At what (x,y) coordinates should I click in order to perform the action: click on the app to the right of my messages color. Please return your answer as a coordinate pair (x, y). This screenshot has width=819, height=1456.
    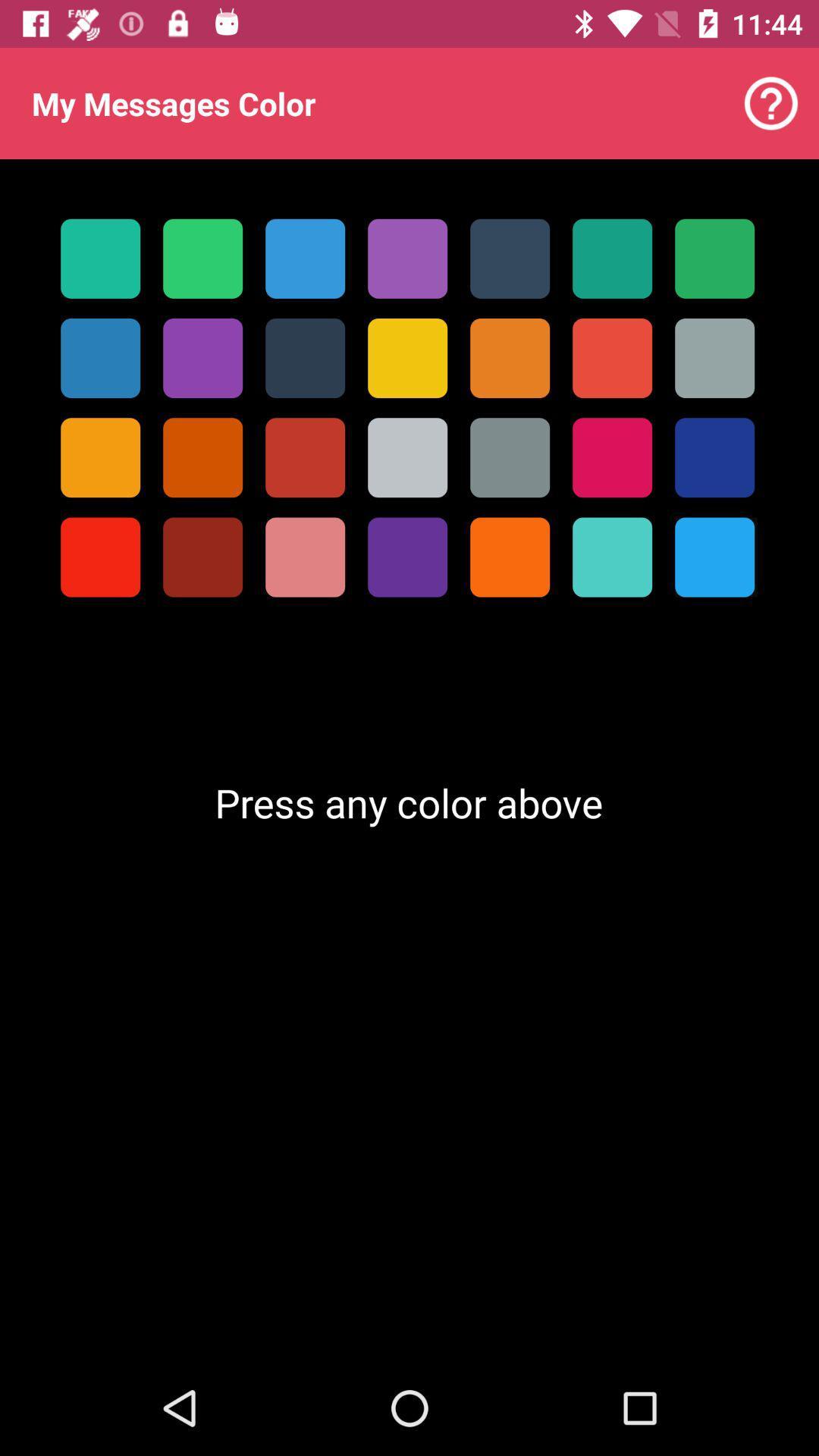
    Looking at the image, I should click on (771, 102).